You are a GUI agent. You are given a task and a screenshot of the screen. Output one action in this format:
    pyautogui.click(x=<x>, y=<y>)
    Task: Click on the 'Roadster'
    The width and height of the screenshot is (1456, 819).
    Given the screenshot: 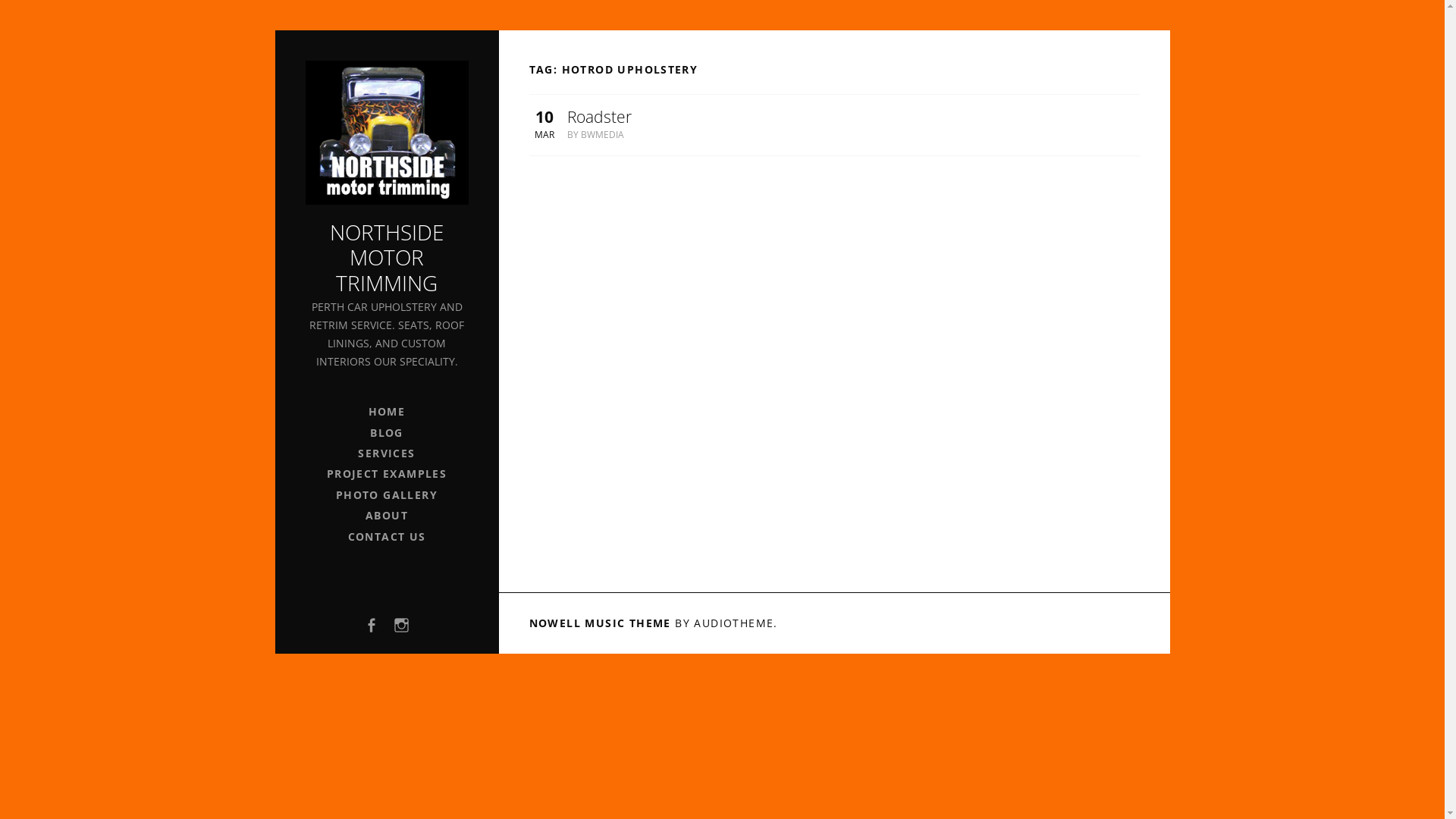 What is the action you would take?
    pyautogui.click(x=598, y=116)
    